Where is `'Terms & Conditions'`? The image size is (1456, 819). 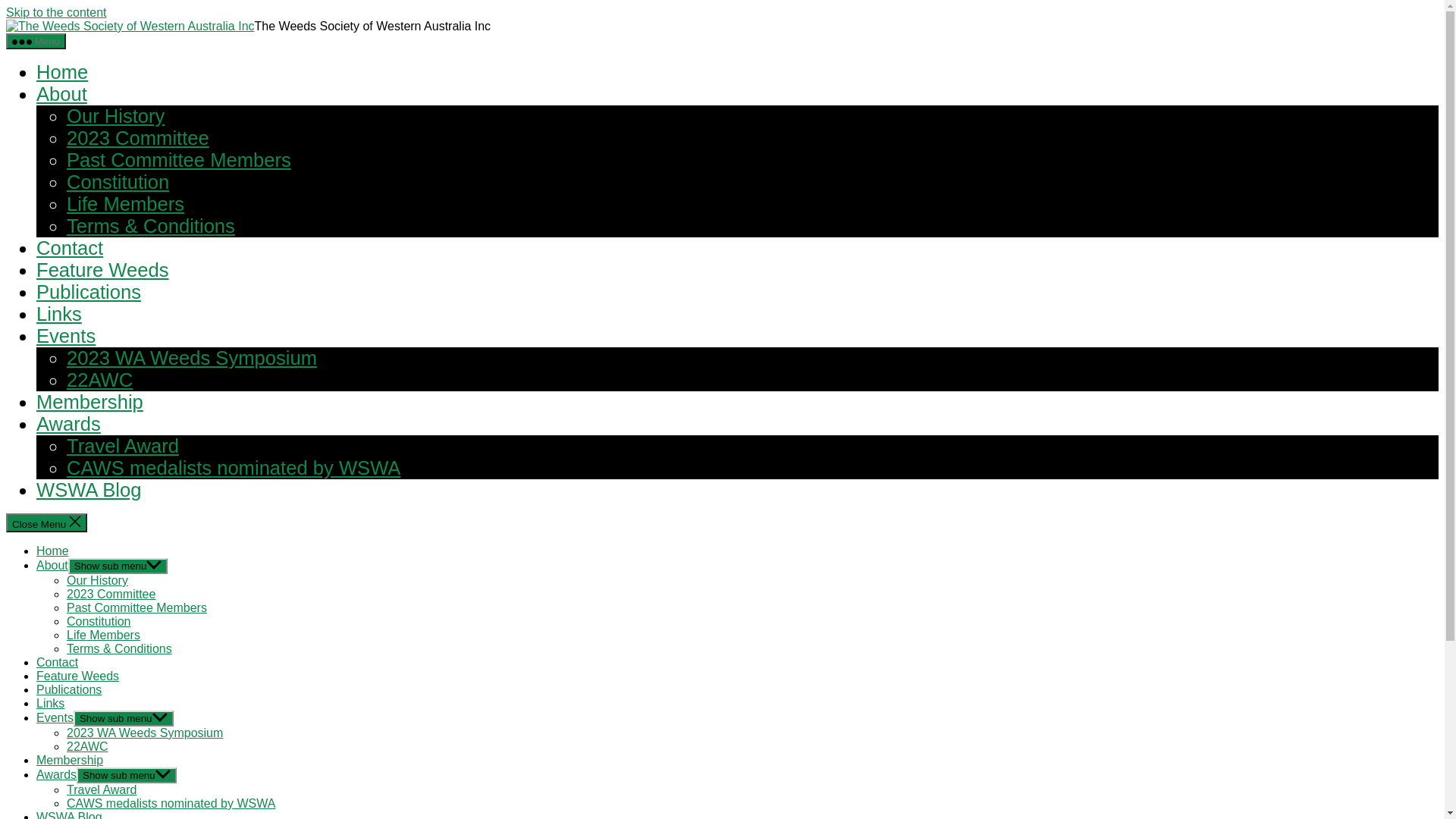
'Terms & Conditions' is located at coordinates (118, 648).